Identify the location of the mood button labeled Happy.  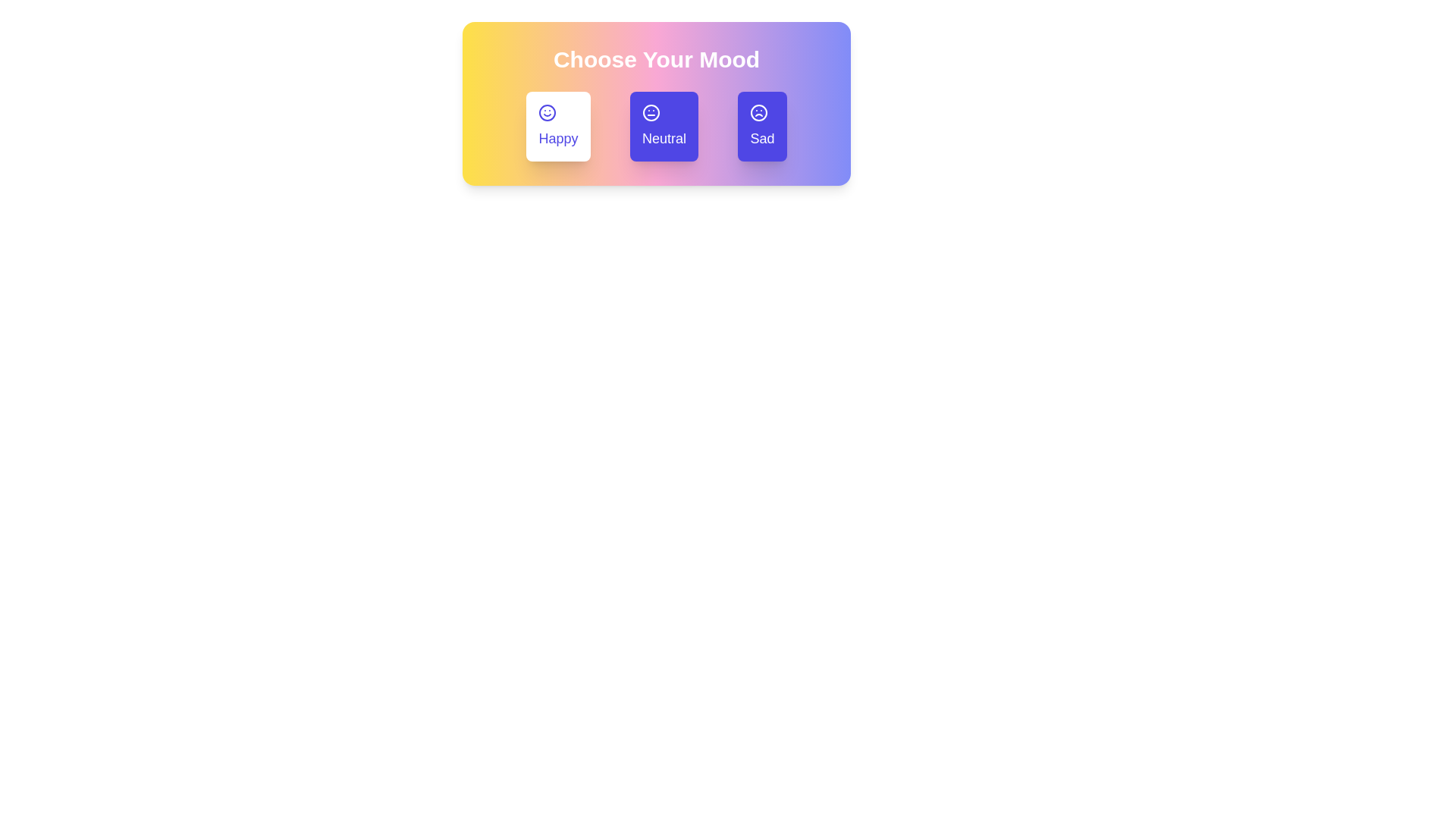
(557, 125).